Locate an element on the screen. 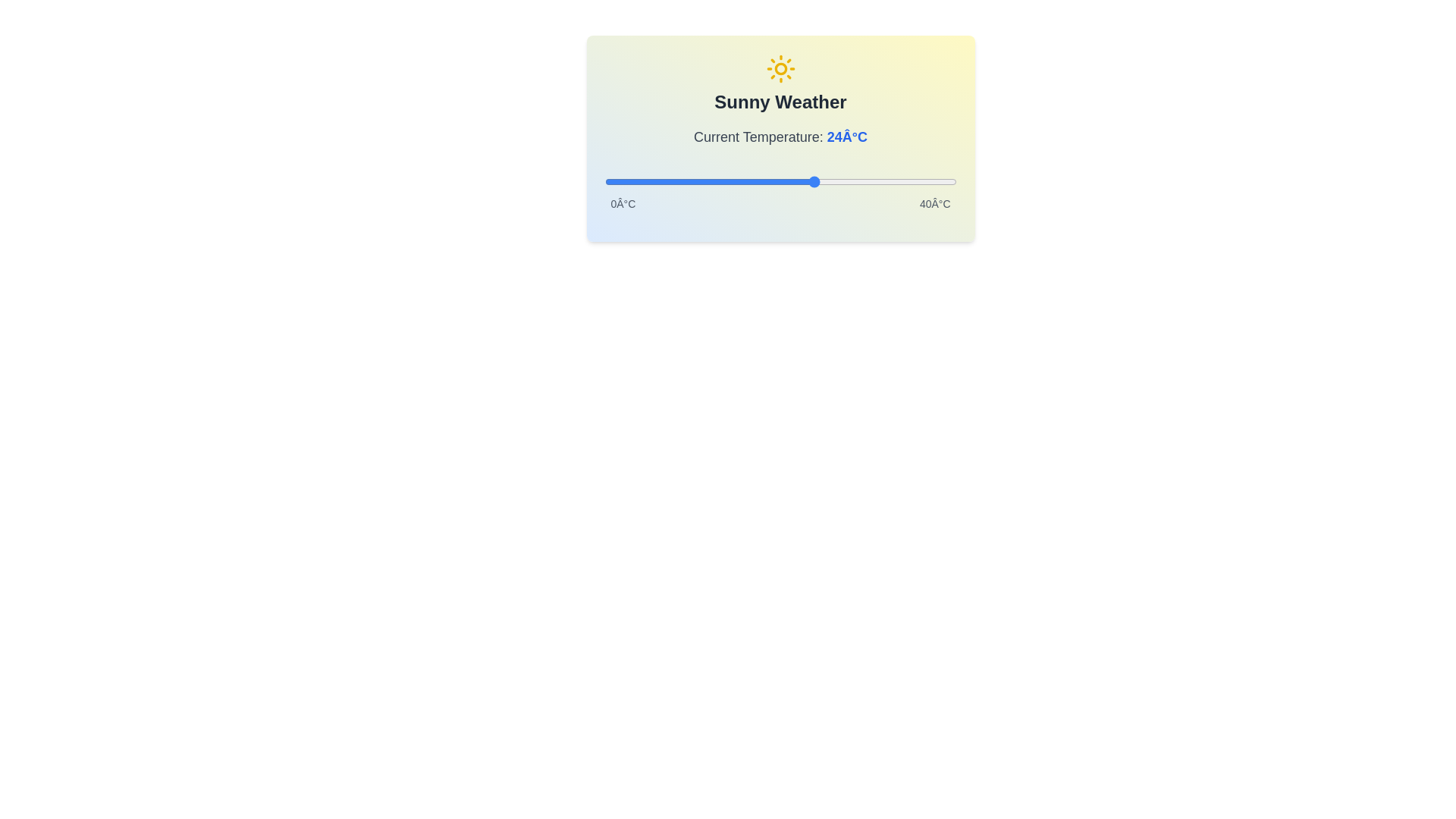 Image resolution: width=1456 pixels, height=819 pixels. the temperature slider is located at coordinates (806, 180).